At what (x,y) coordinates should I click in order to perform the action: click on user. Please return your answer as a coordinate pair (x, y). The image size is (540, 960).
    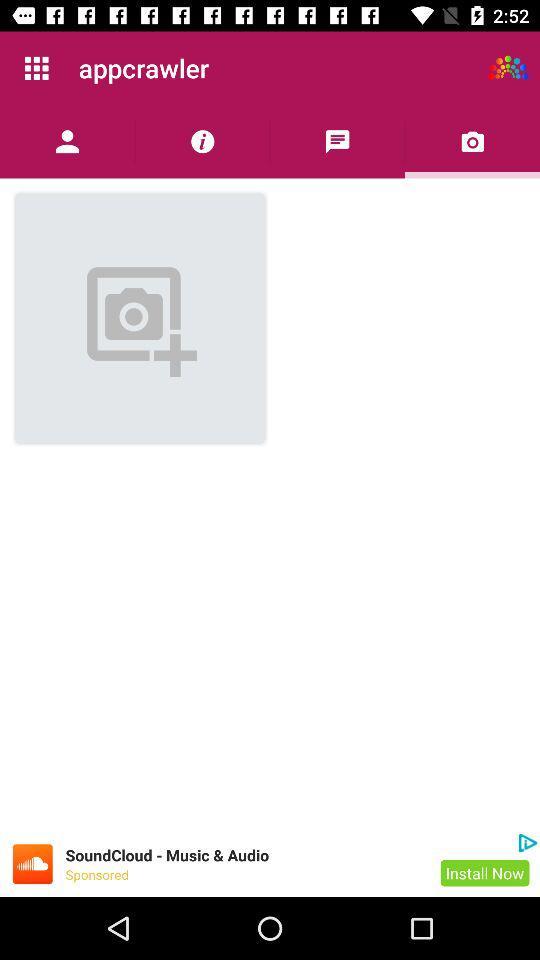
    Looking at the image, I should click on (67, 140).